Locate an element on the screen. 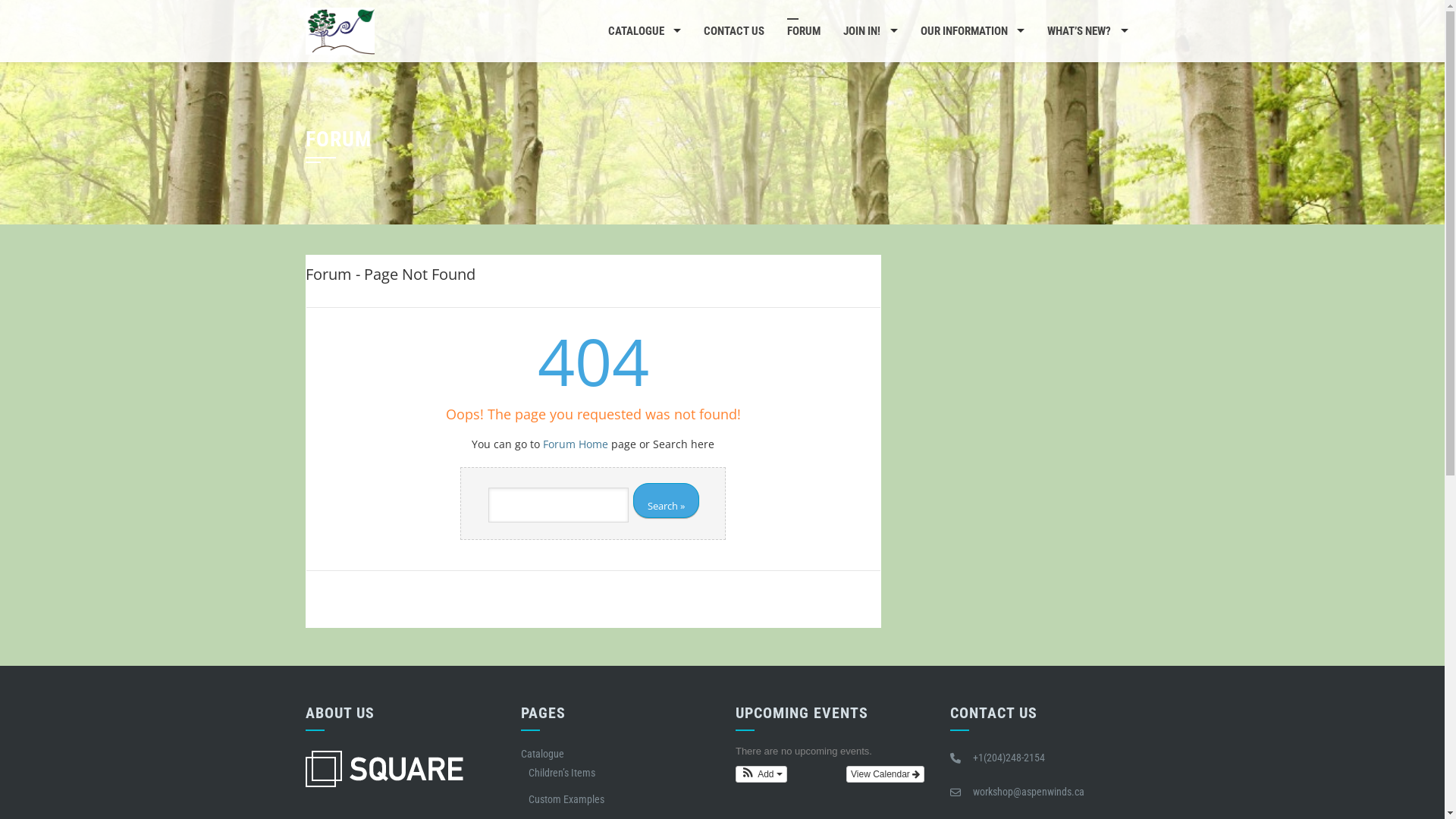 Image resolution: width=1456 pixels, height=819 pixels. 'CONTACT US' is located at coordinates (734, 31).